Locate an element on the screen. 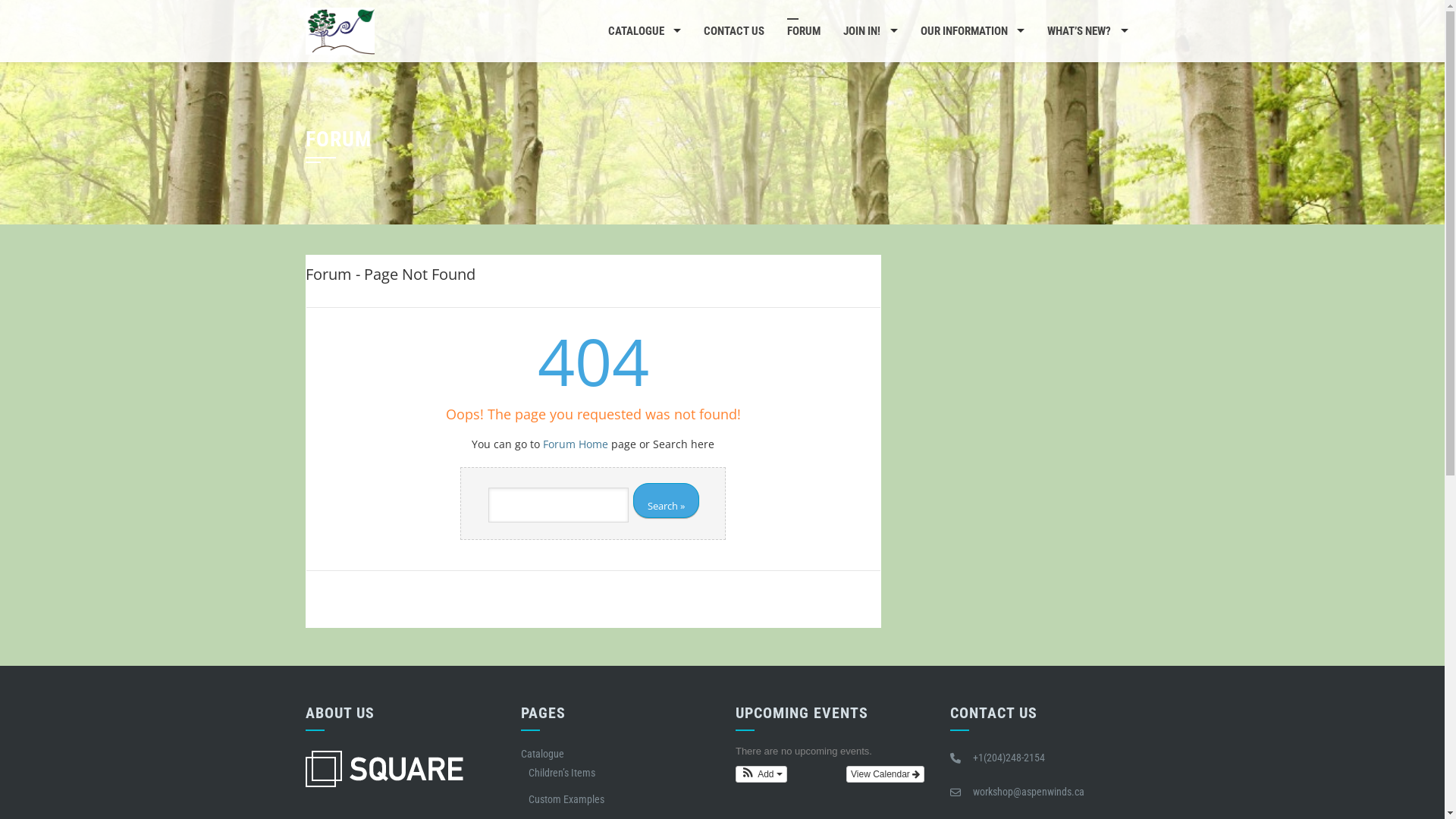 Image resolution: width=1456 pixels, height=819 pixels. 'CONTACT US' is located at coordinates (734, 31).